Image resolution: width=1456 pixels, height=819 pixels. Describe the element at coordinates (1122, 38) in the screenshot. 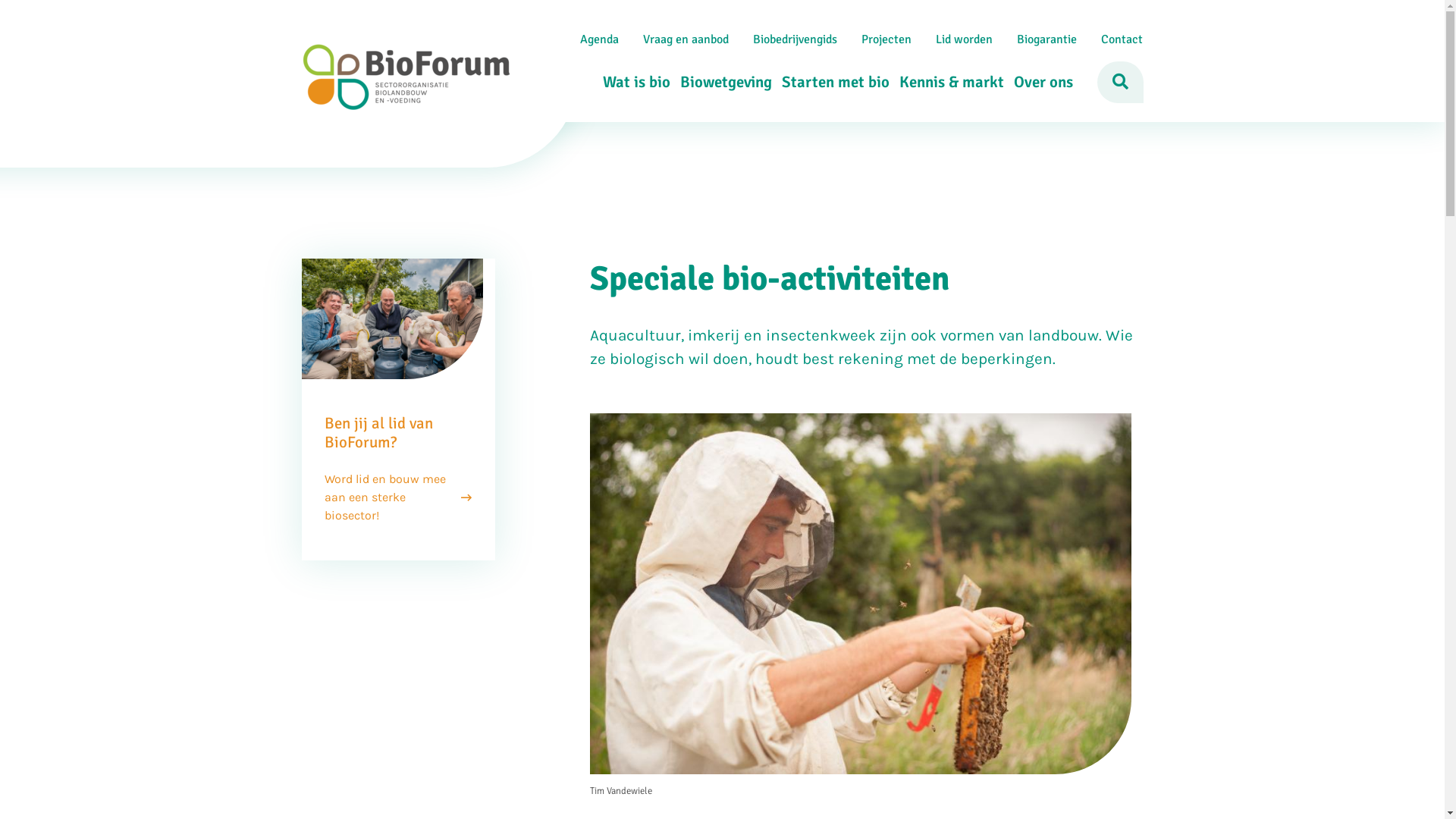

I see `'Contact'` at that location.